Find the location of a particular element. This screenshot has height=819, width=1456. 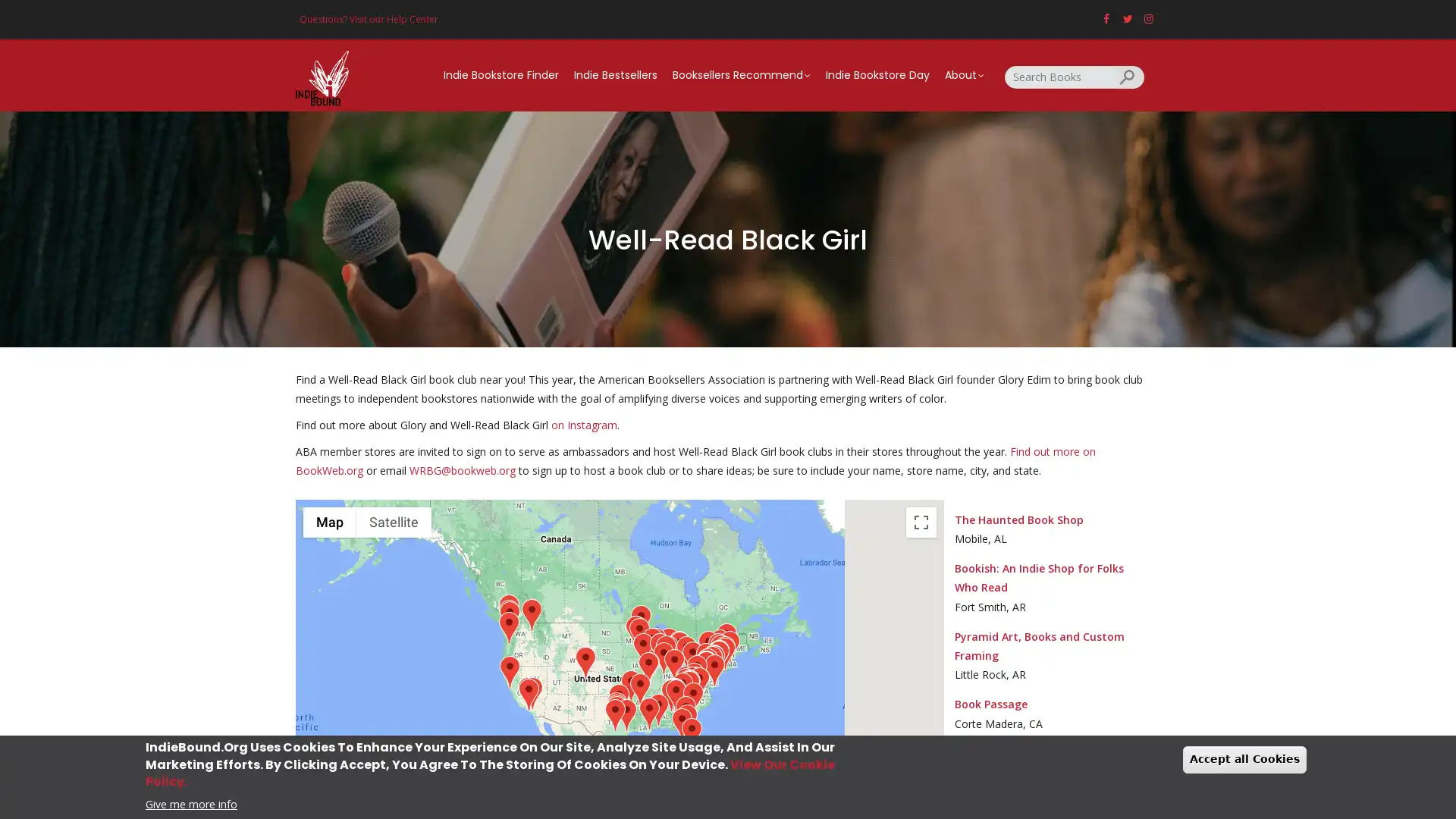

Horton's Books & Gifts is located at coordinates (670, 695).